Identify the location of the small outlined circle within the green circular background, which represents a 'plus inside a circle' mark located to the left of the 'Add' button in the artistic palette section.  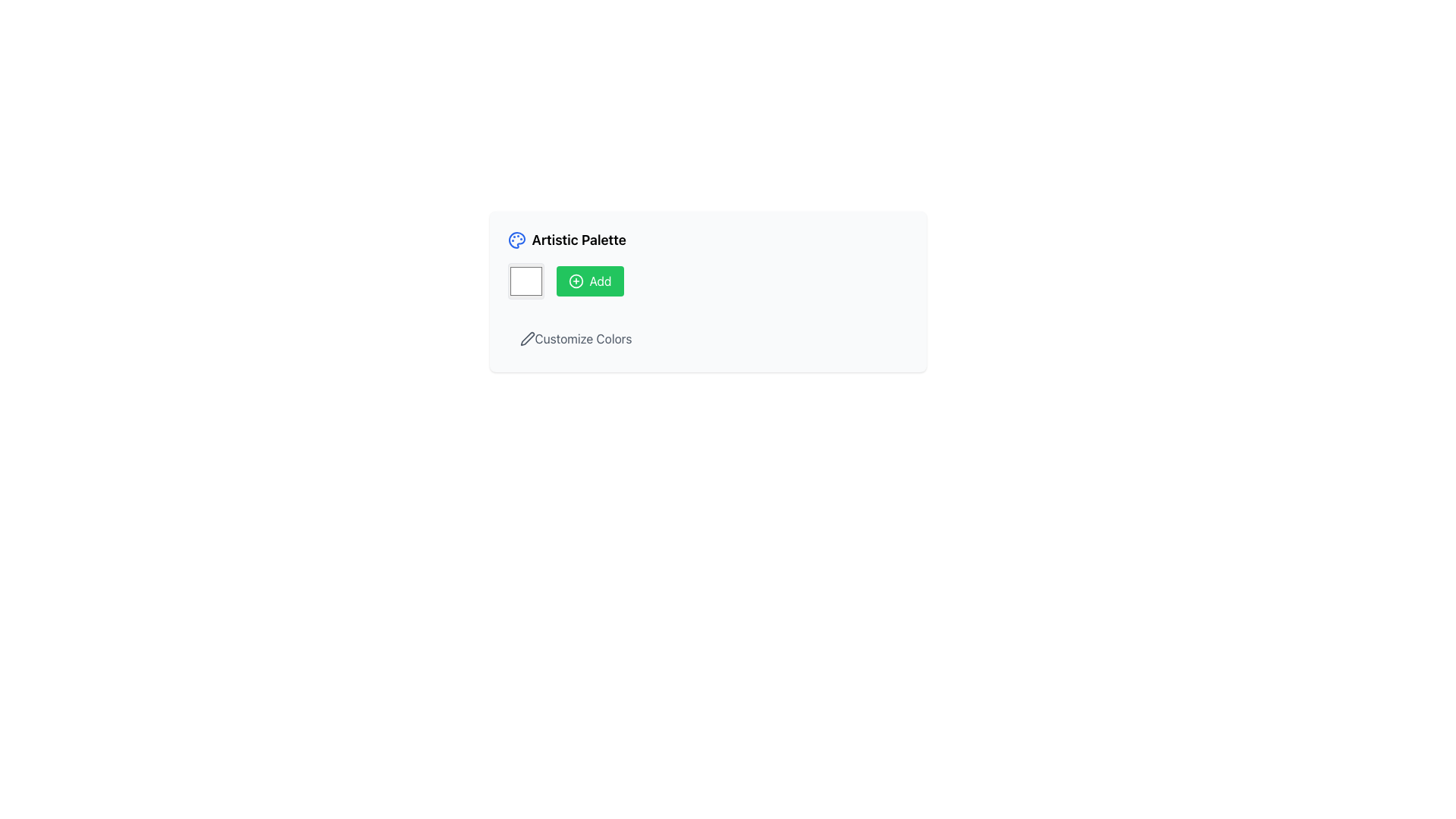
(575, 281).